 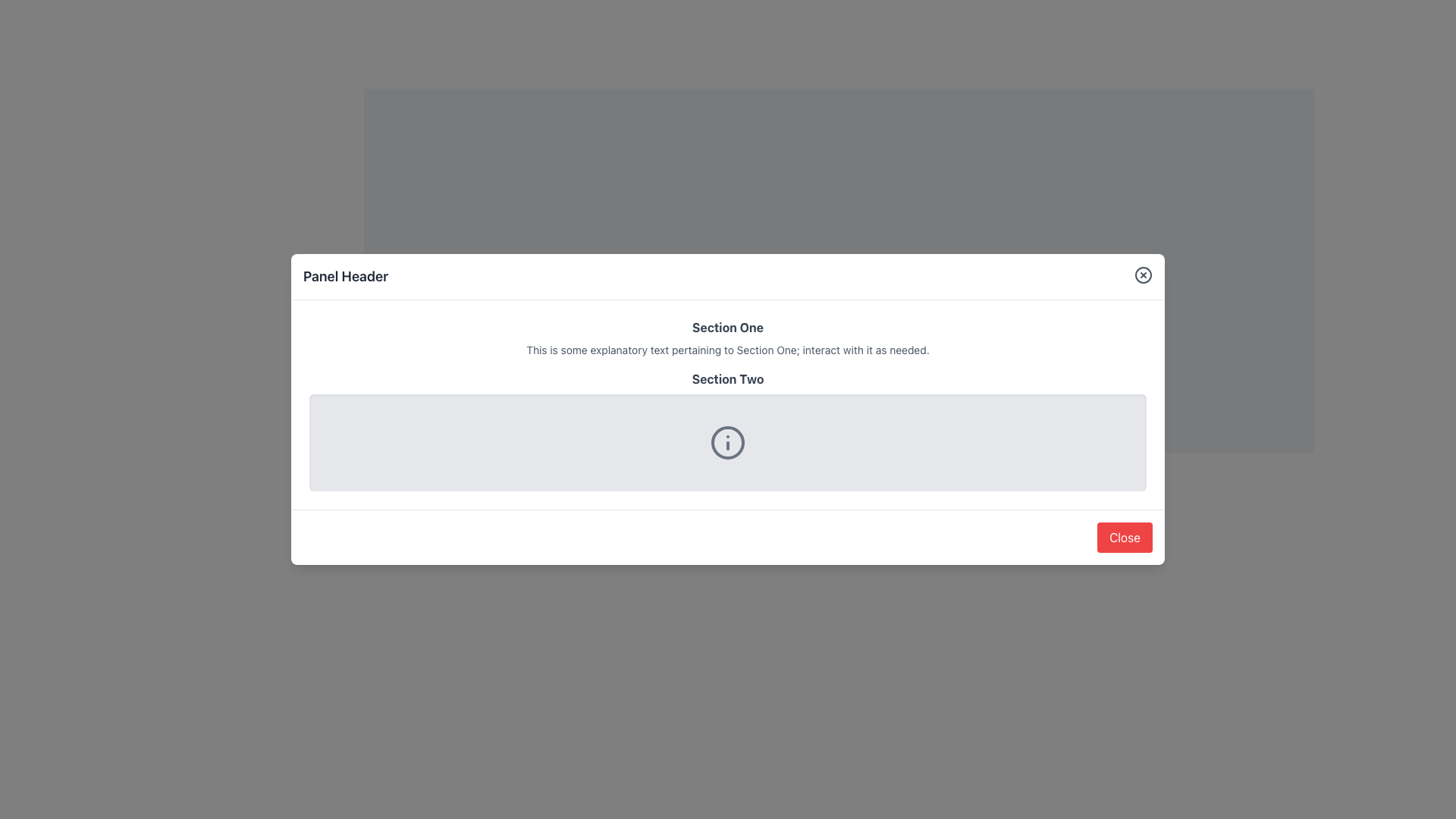 What do you see at coordinates (728, 378) in the screenshot?
I see `text label displaying 'Section Two' in bold, dark gray font, located centrally beneath a horizontal line divider` at bounding box center [728, 378].